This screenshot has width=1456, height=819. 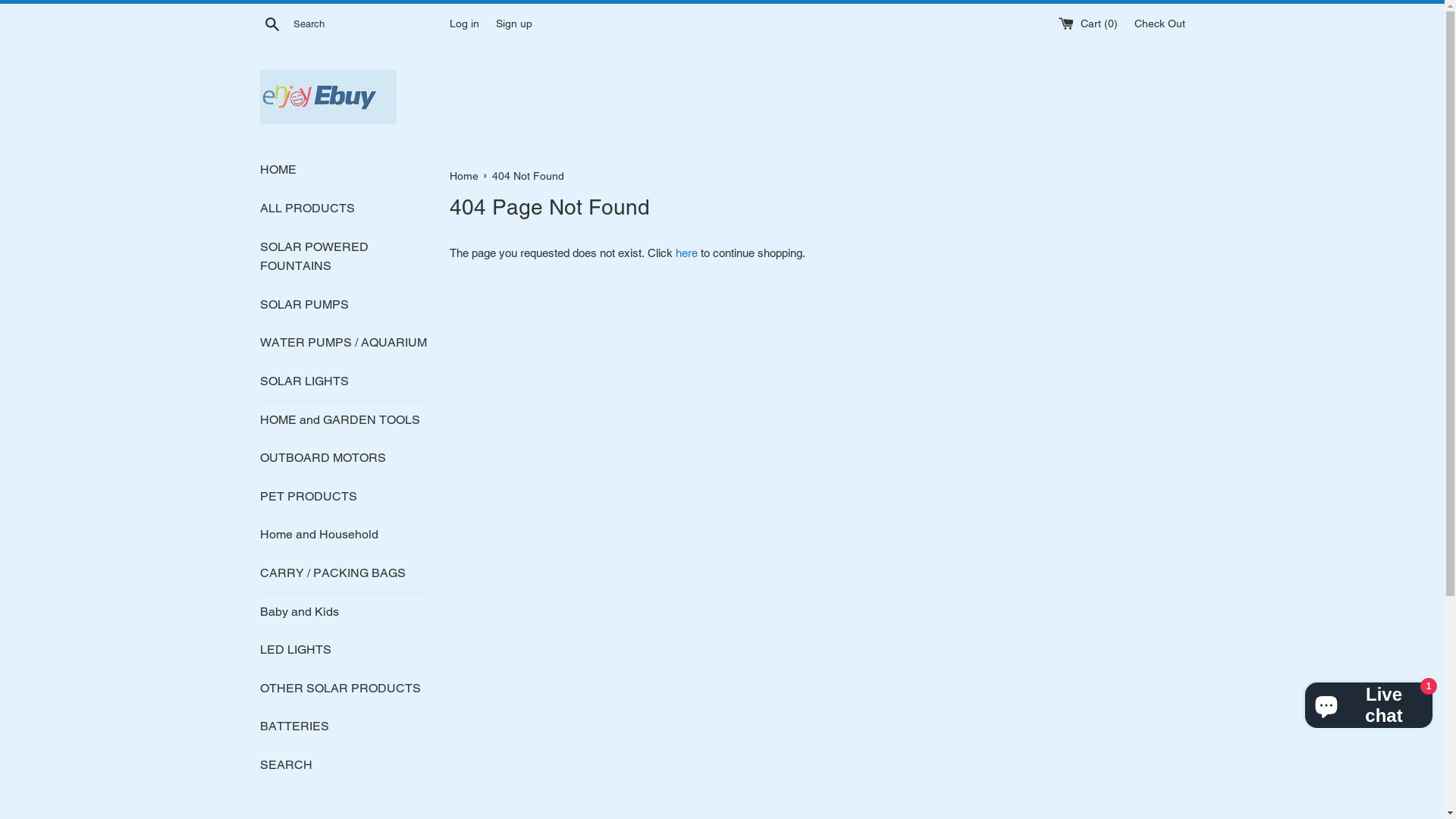 I want to click on 'Home', so click(x=464, y=174).